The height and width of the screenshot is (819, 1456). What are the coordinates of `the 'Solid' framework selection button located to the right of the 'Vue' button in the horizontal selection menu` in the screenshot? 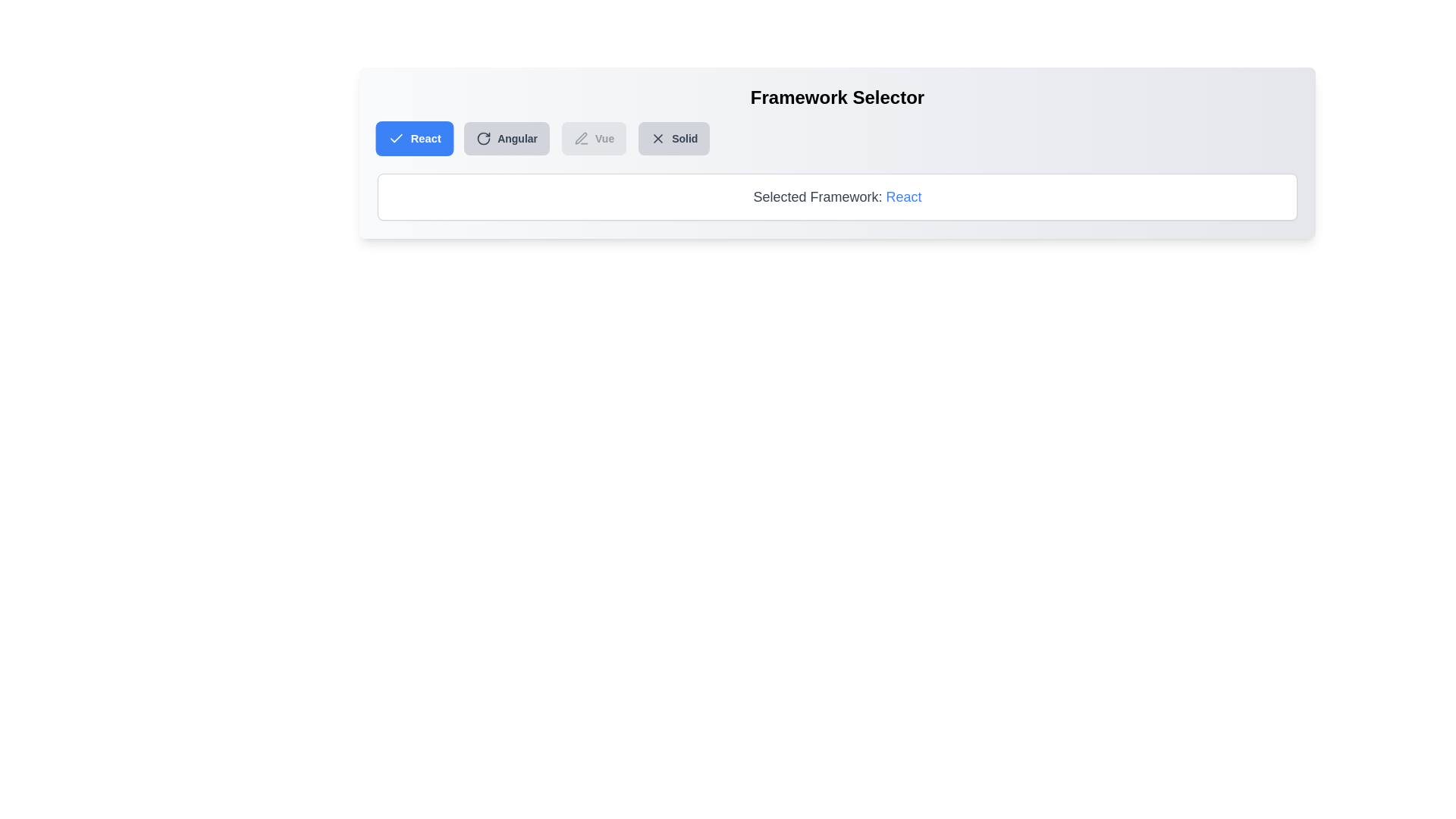 It's located at (673, 138).